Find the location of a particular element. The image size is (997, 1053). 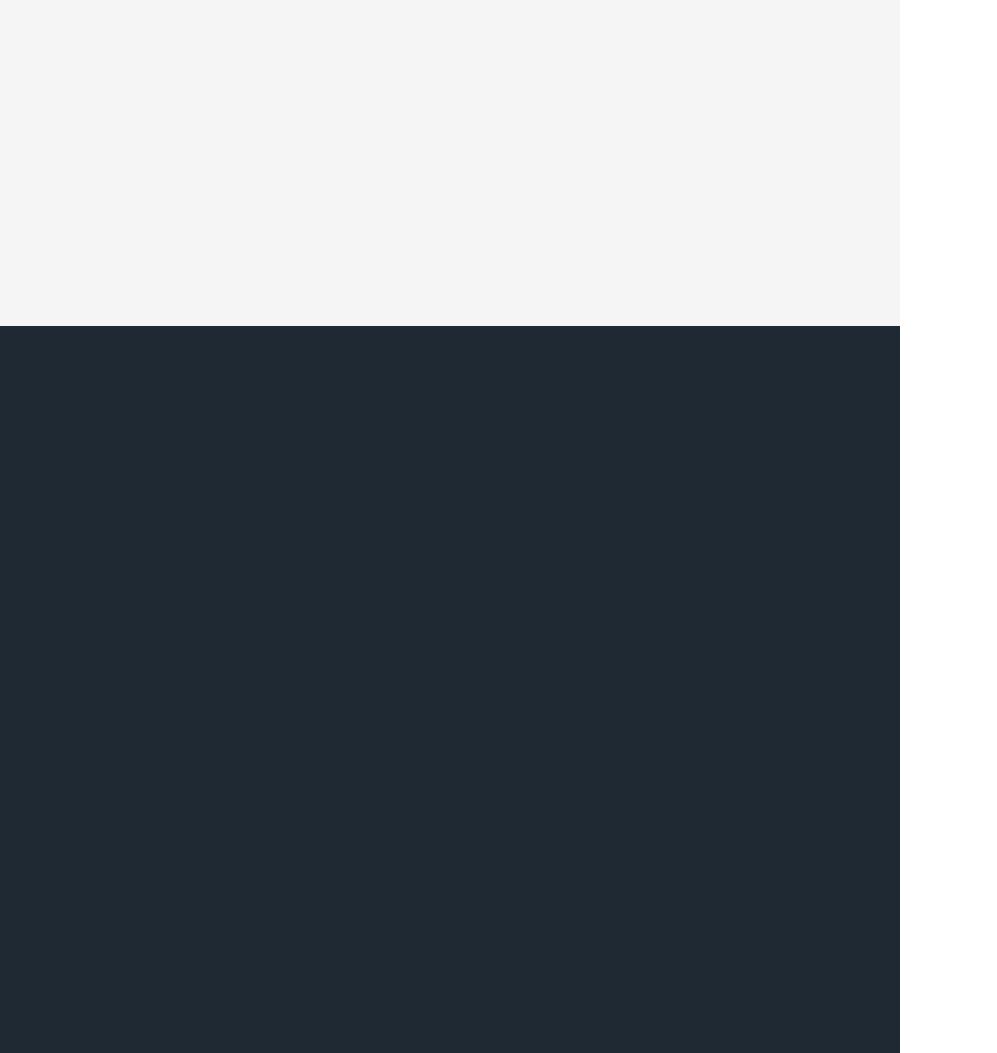

'Best CPU Coolers' is located at coordinates (431, 592).